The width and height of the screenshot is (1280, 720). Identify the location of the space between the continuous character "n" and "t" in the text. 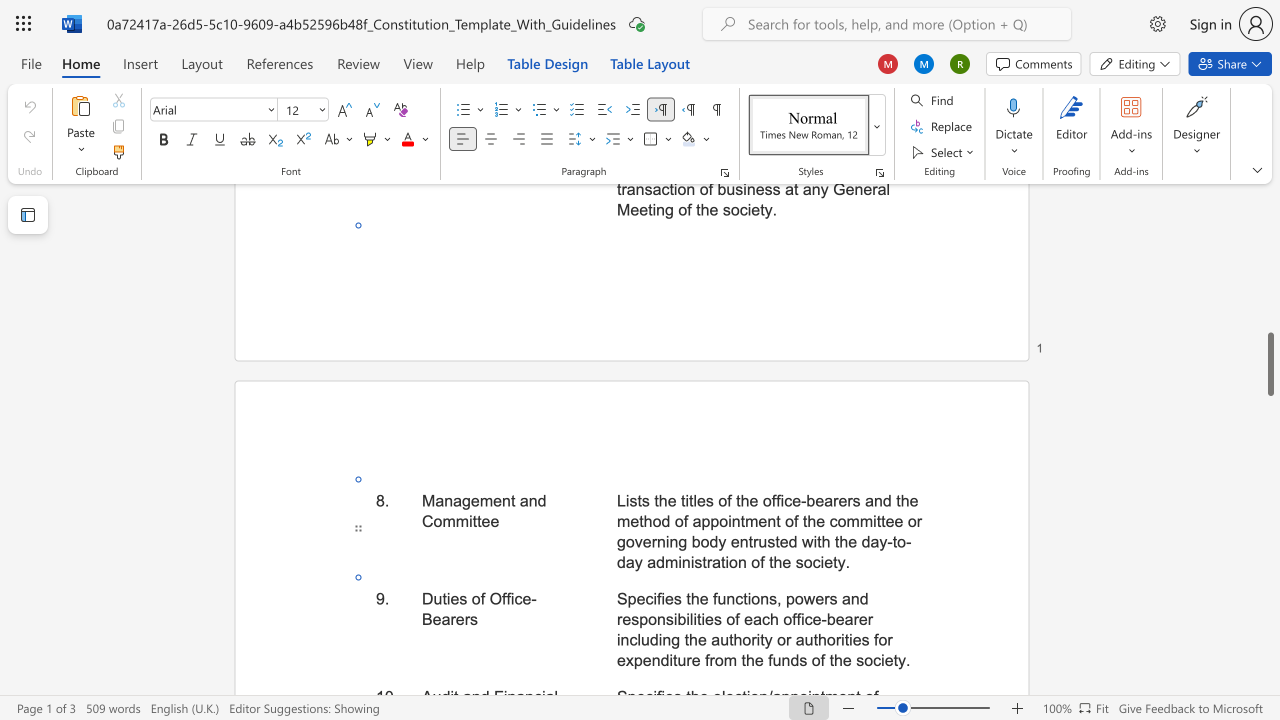
(509, 499).